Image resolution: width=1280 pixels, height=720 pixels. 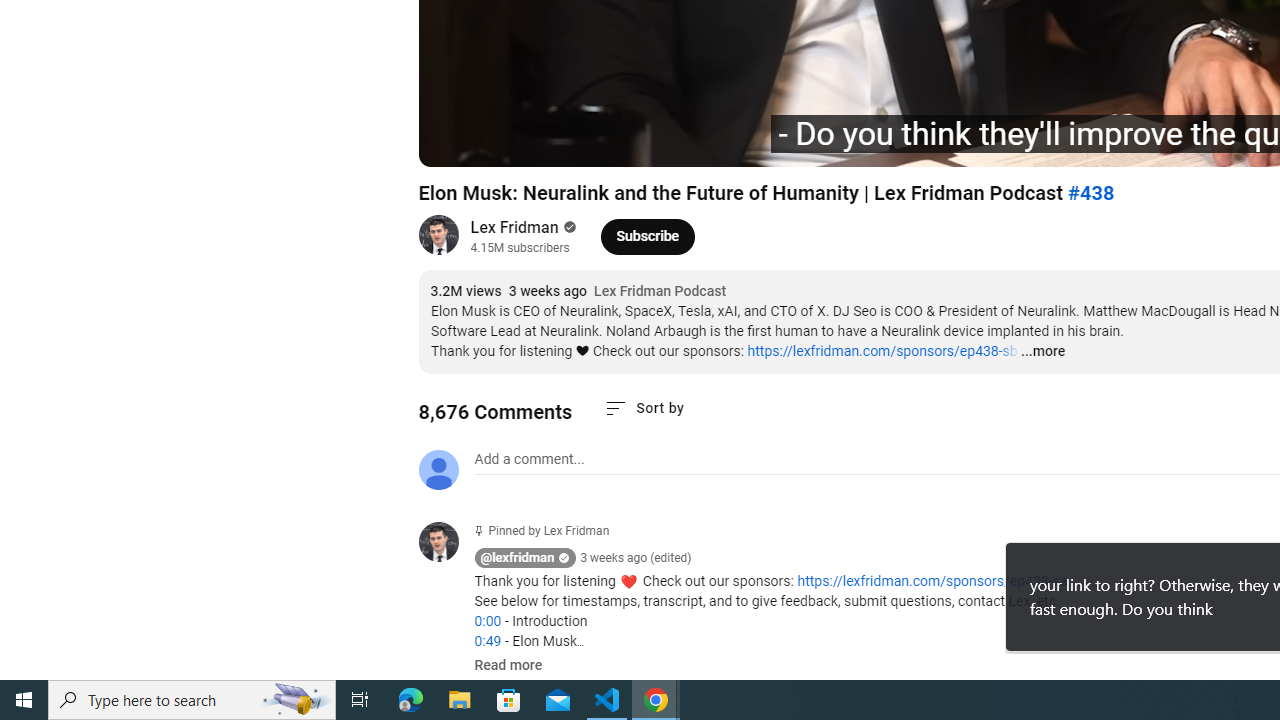 What do you see at coordinates (644, 407) in the screenshot?
I see `'Sort comments'` at bounding box center [644, 407].